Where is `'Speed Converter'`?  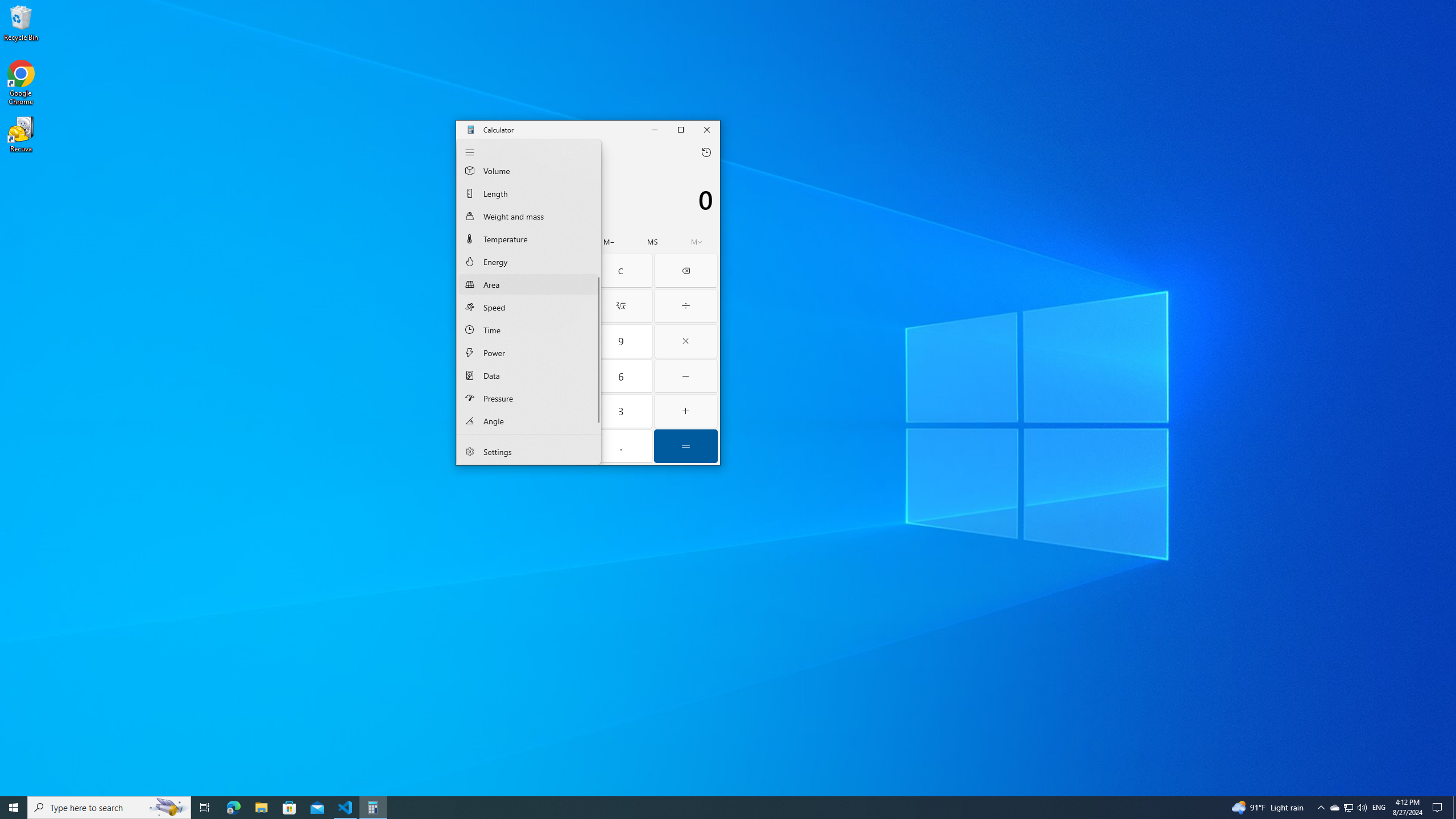
'Speed Converter' is located at coordinates (528, 307).